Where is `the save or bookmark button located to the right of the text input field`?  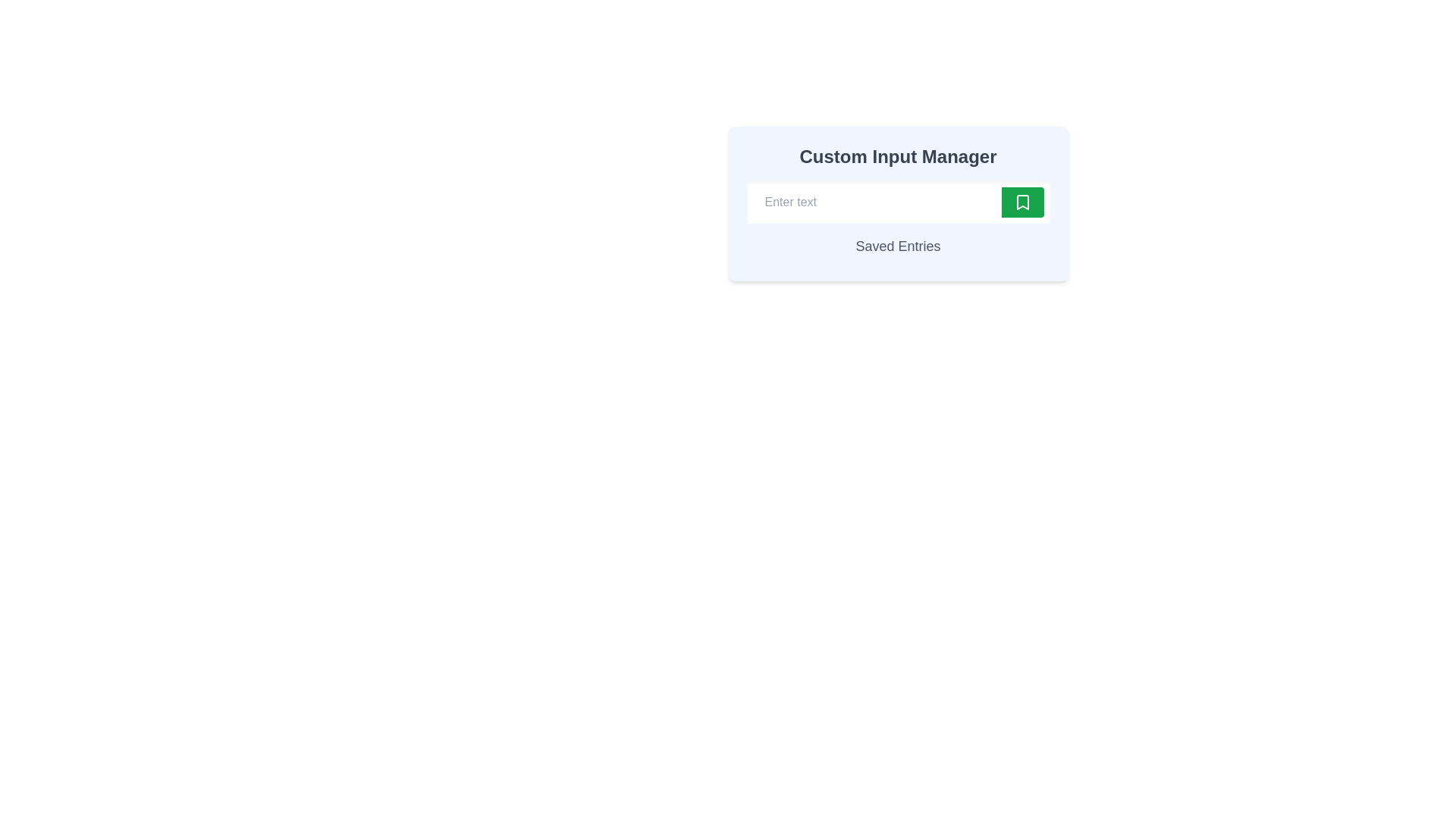 the save or bookmark button located to the right of the text input field is located at coordinates (1022, 201).